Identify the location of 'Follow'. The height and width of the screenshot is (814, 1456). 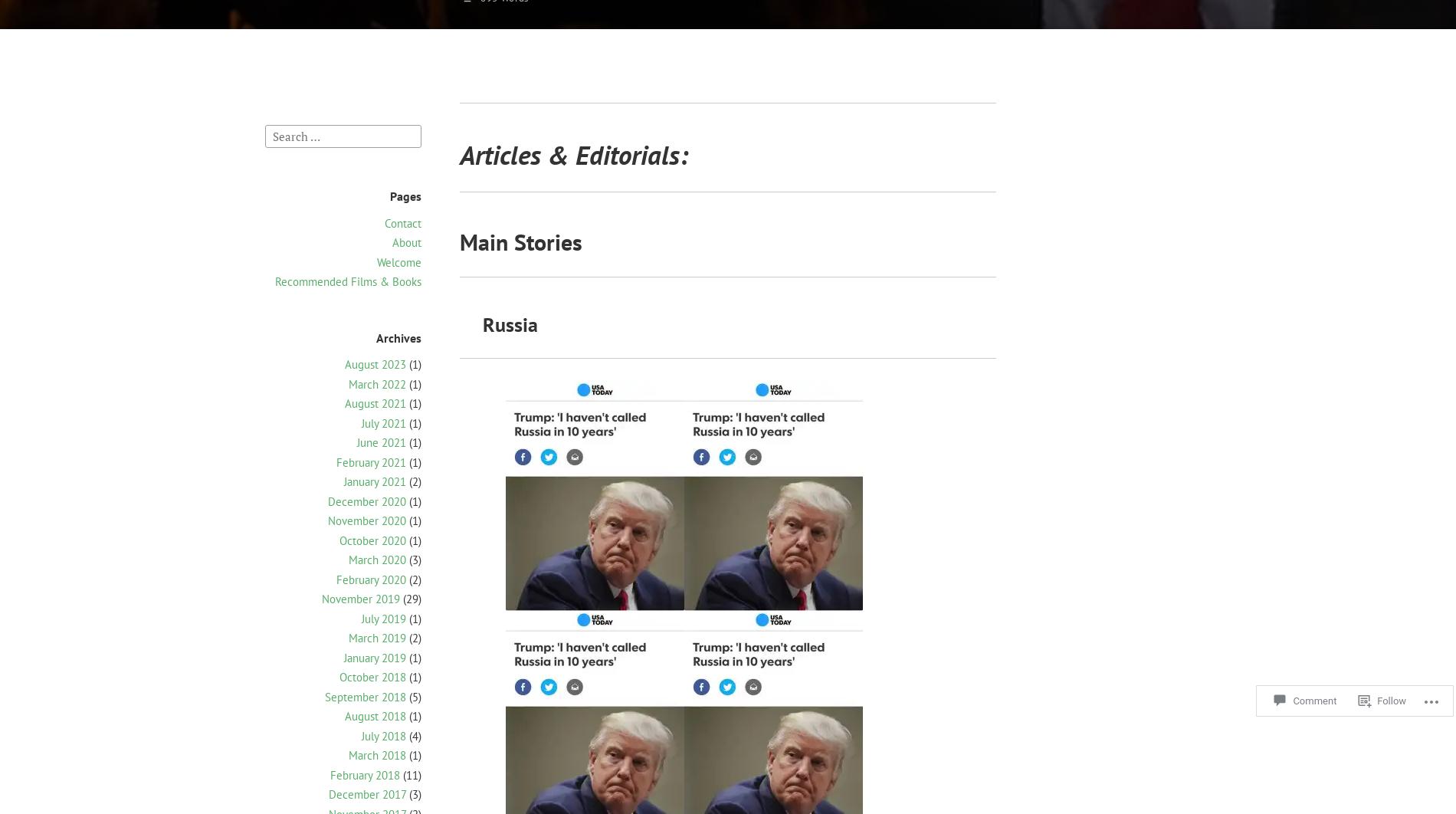
(1377, 697).